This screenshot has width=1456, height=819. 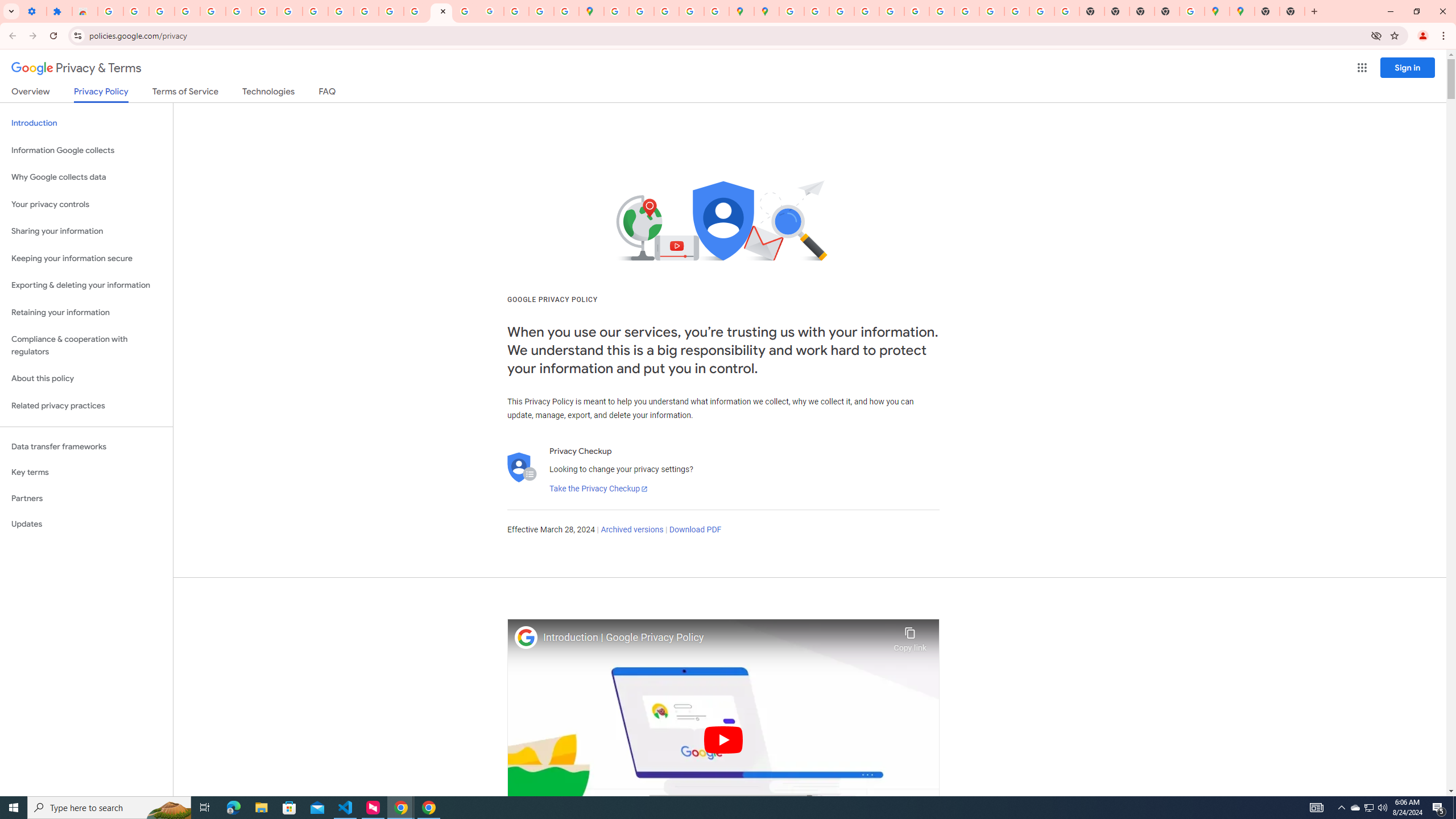 I want to click on 'Privacy Policy', so click(x=100, y=94).